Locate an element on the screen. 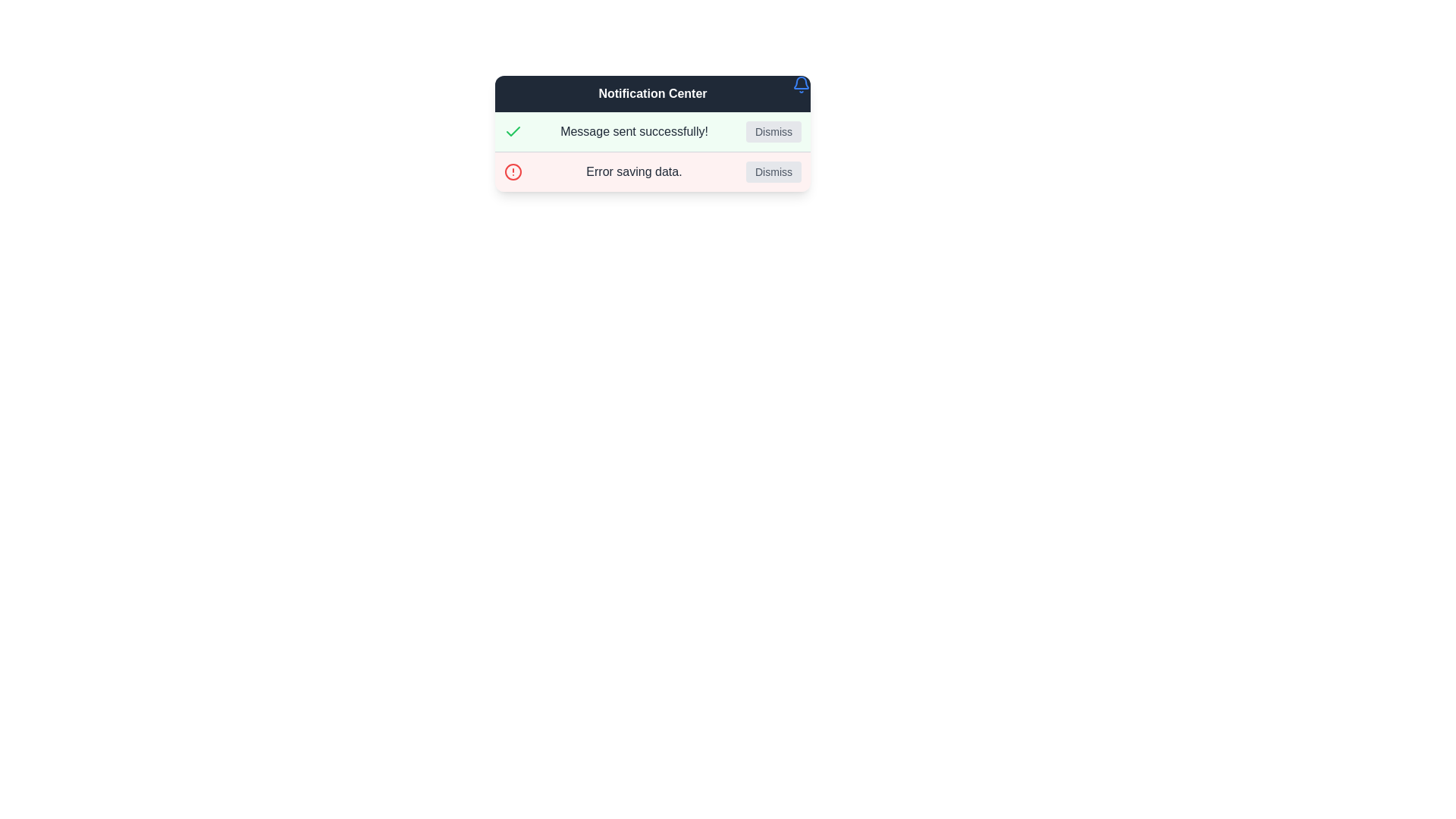 This screenshot has height=819, width=1456. the 'Error saving data.' text label within the notification card, which is styled in bold dark gray on a light background and located between a red warning icon and a 'Dismiss' button is located at coordinates (634, 171).